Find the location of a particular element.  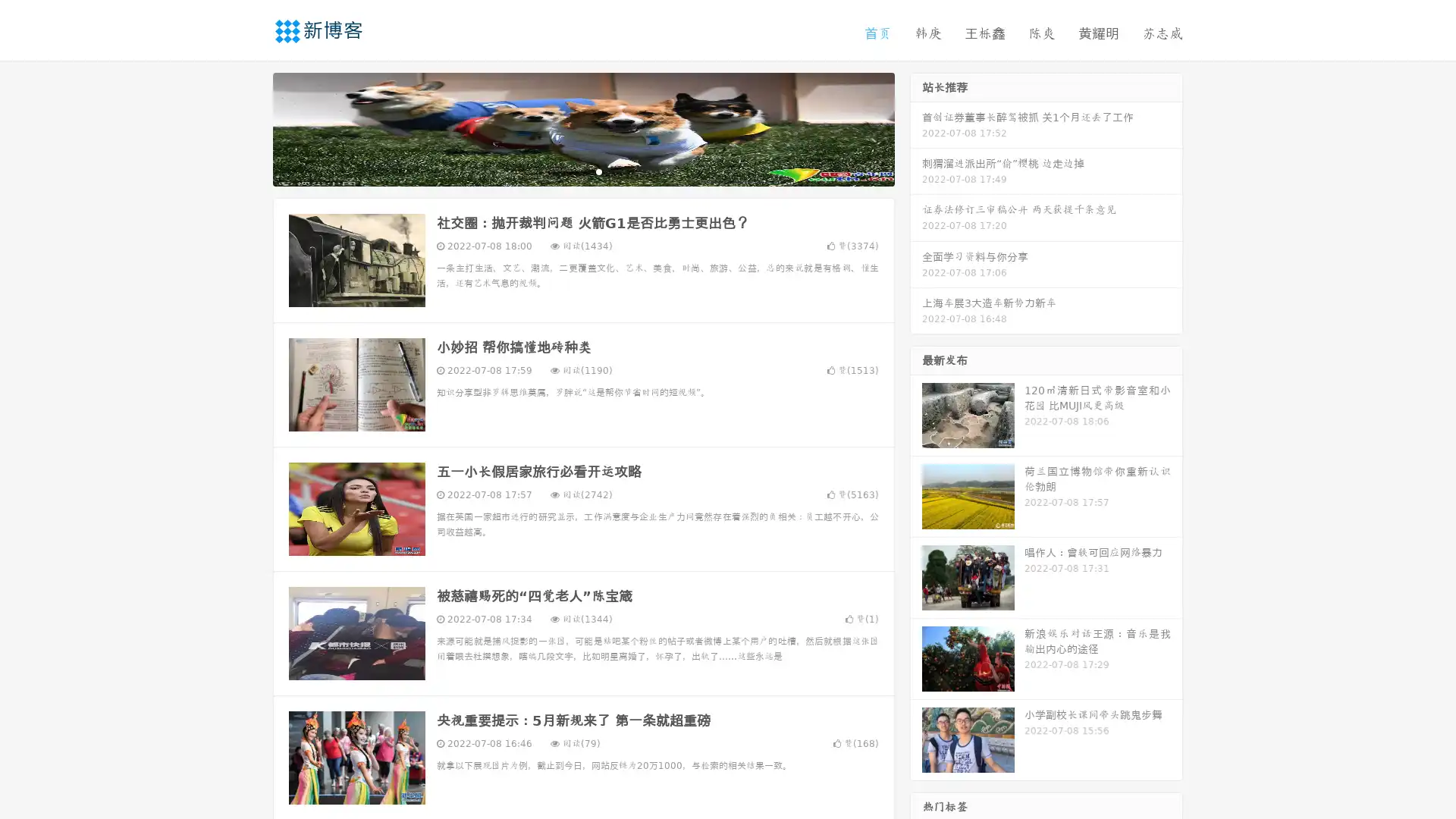

Go to slide 3 is located at coordinates (598, 171).